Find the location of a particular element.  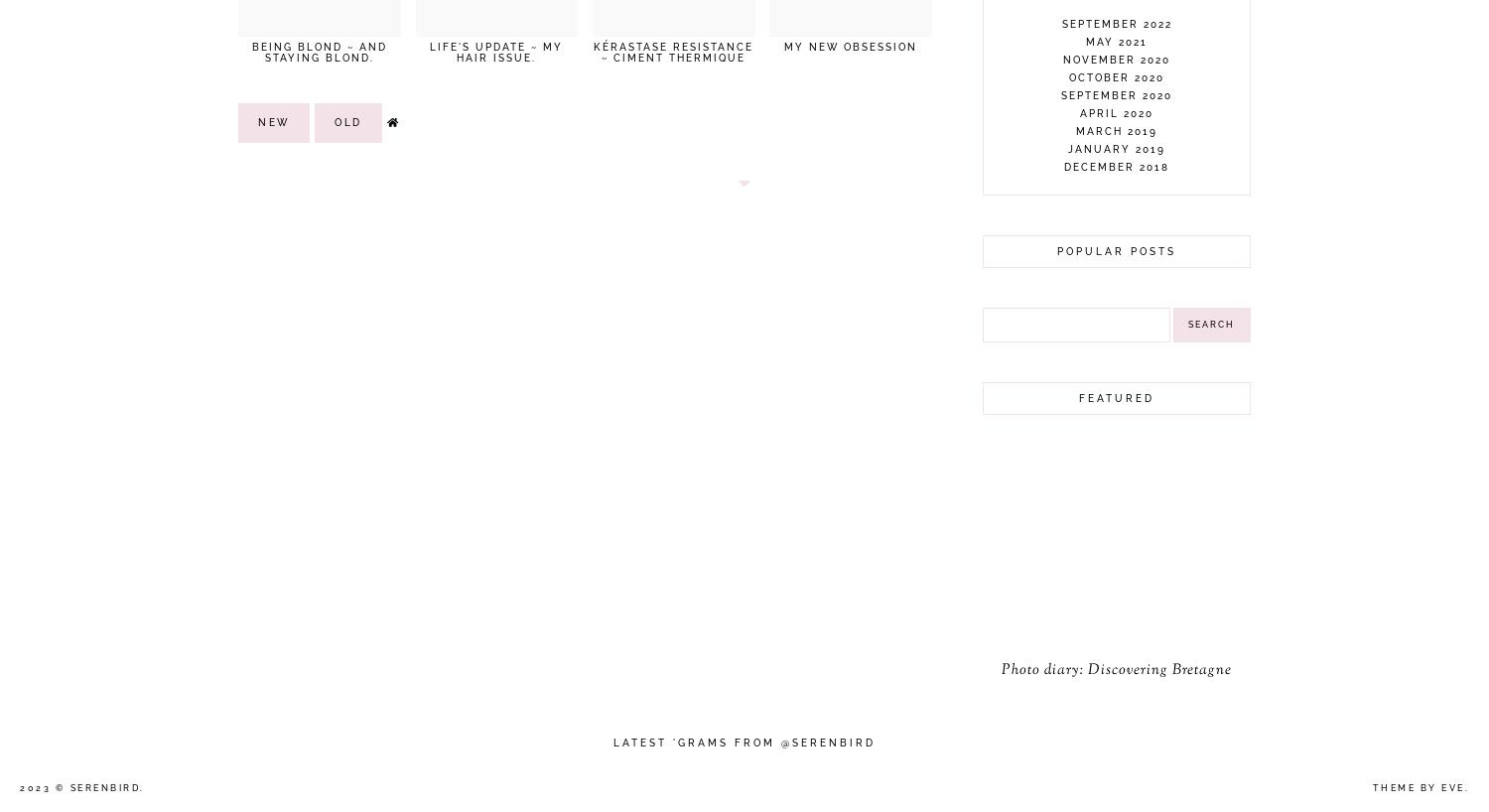

'April 2017' is located at coordinates (1115, 451).